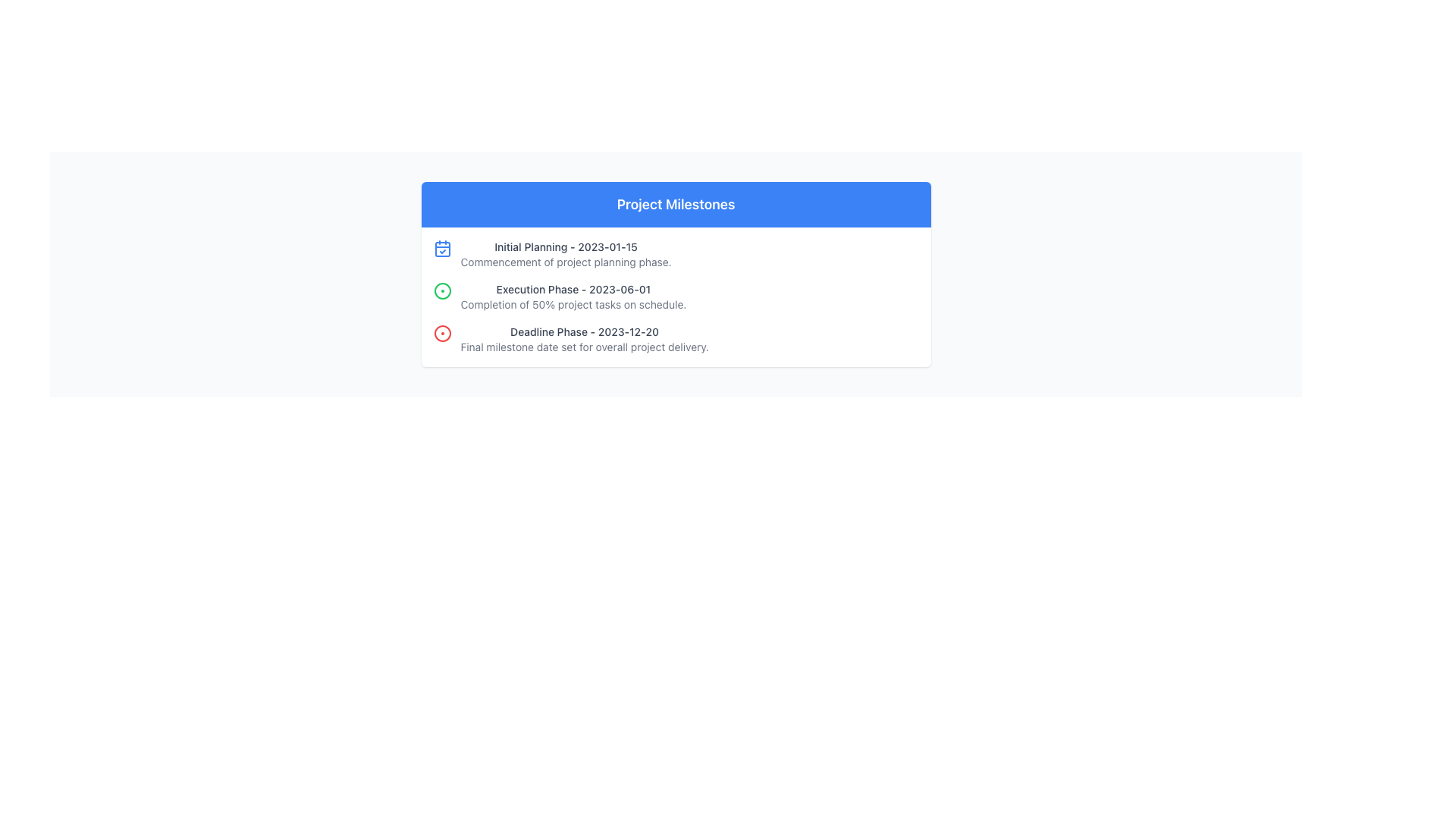  Describe the element at coordinates (573, 304) in the screenshot. I see `the descriptive annotation text label located under the header 'Execution Phase - 2023-06-01' within the 'Project Milestones' card` at that location.